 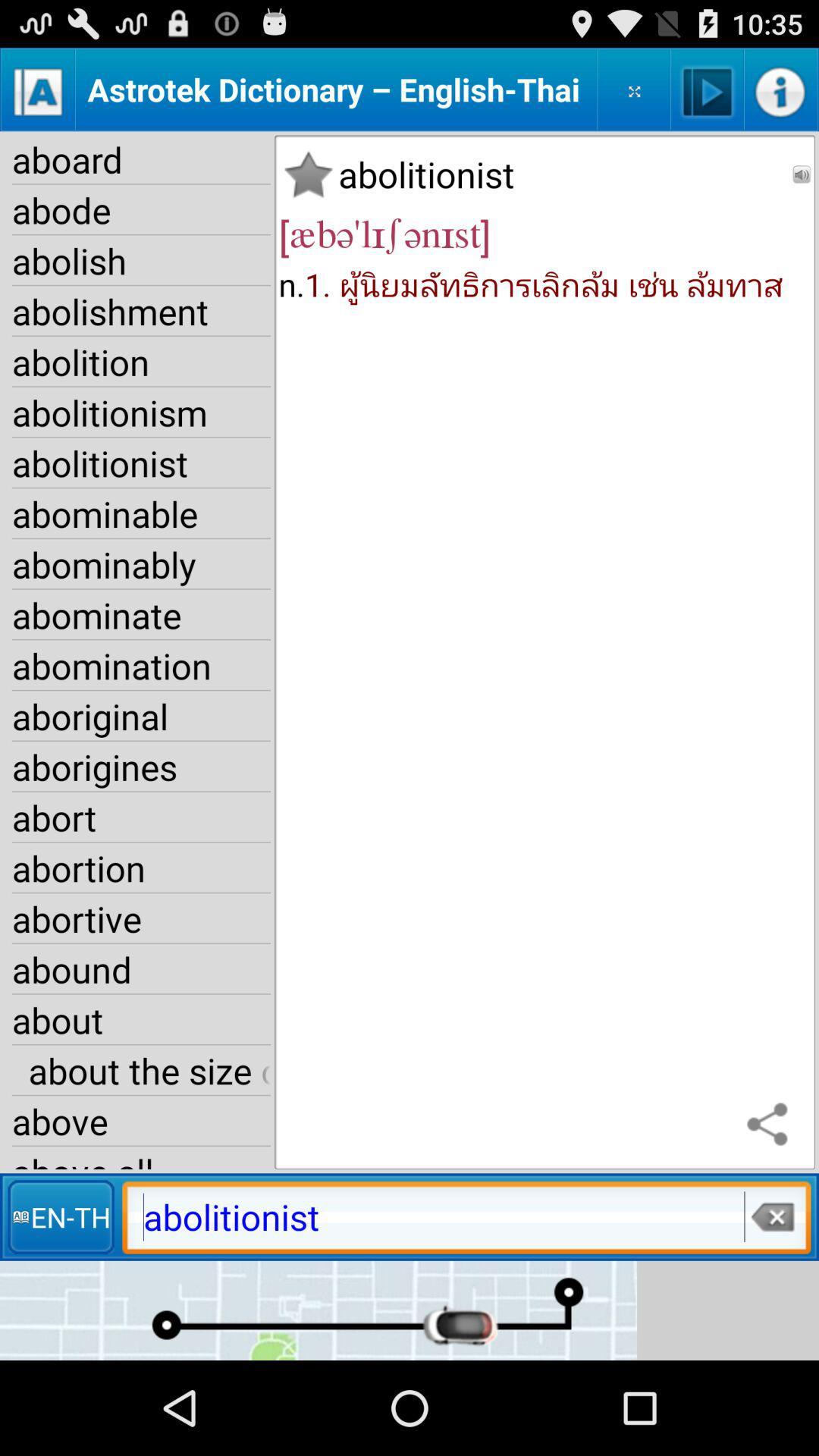 I want to click on read word, so click(x=801, y=174).